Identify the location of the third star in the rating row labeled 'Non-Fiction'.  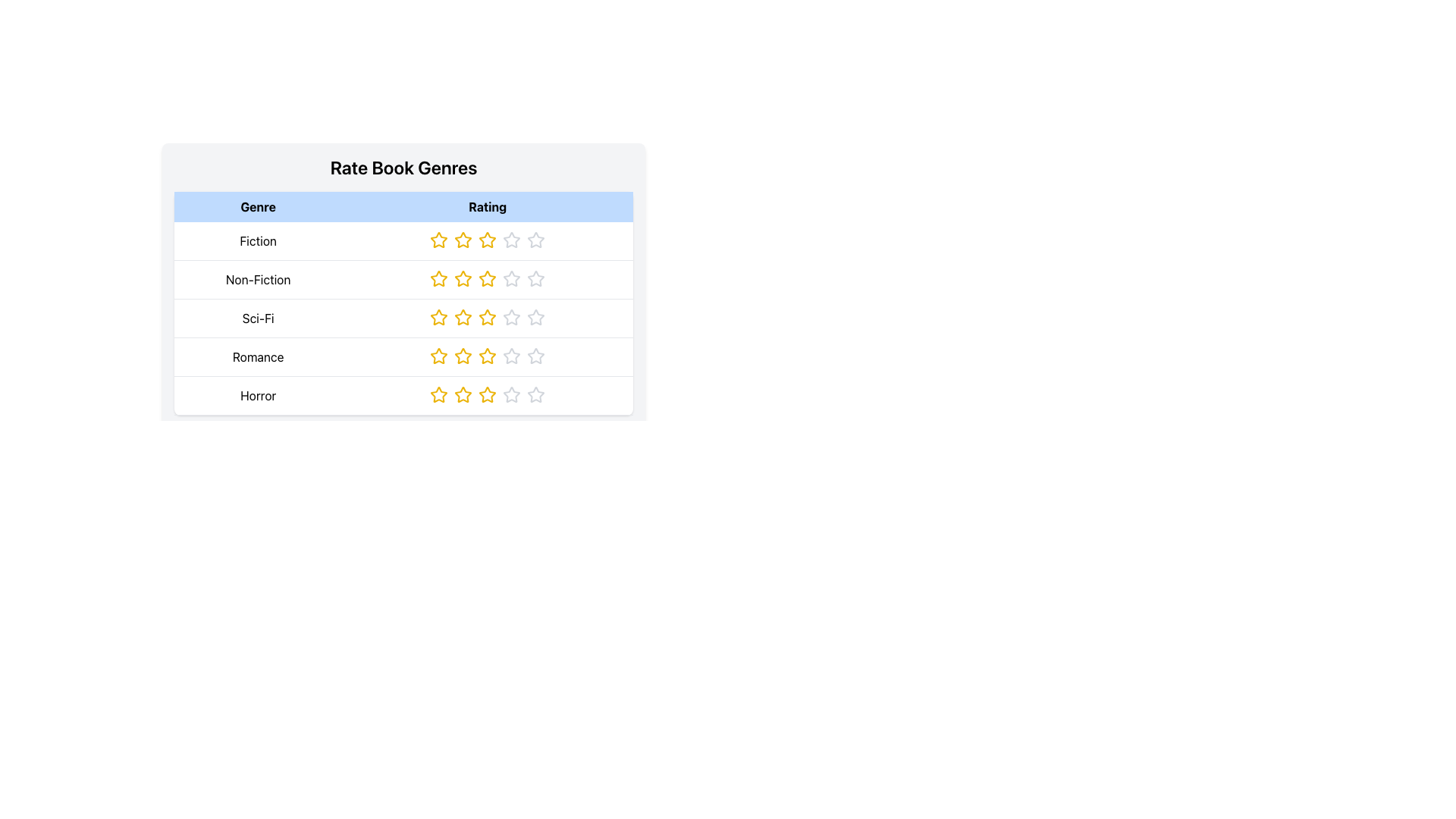
(488, 278).